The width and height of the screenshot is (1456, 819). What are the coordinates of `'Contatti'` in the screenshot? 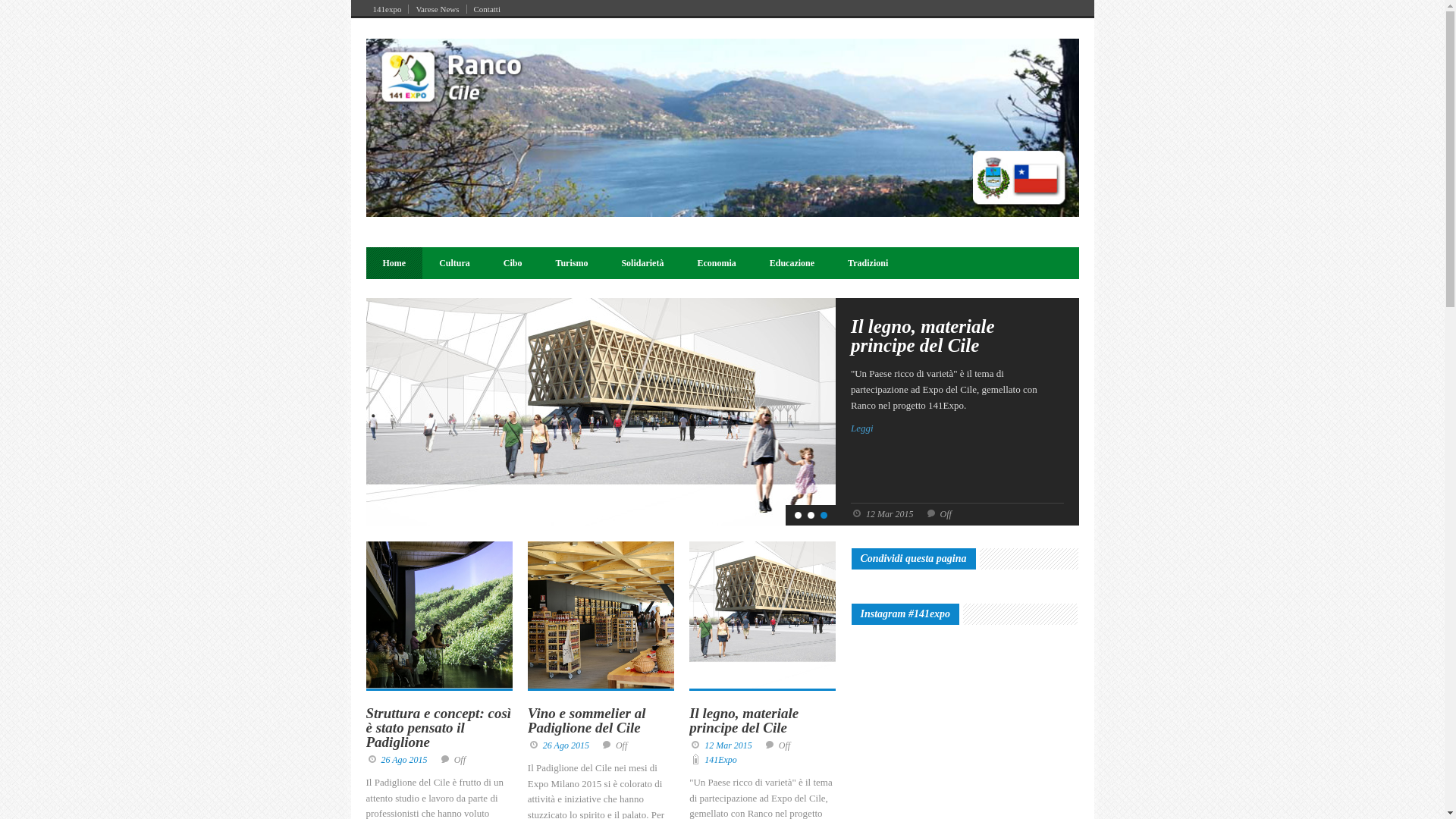 It's located at (487, 8).